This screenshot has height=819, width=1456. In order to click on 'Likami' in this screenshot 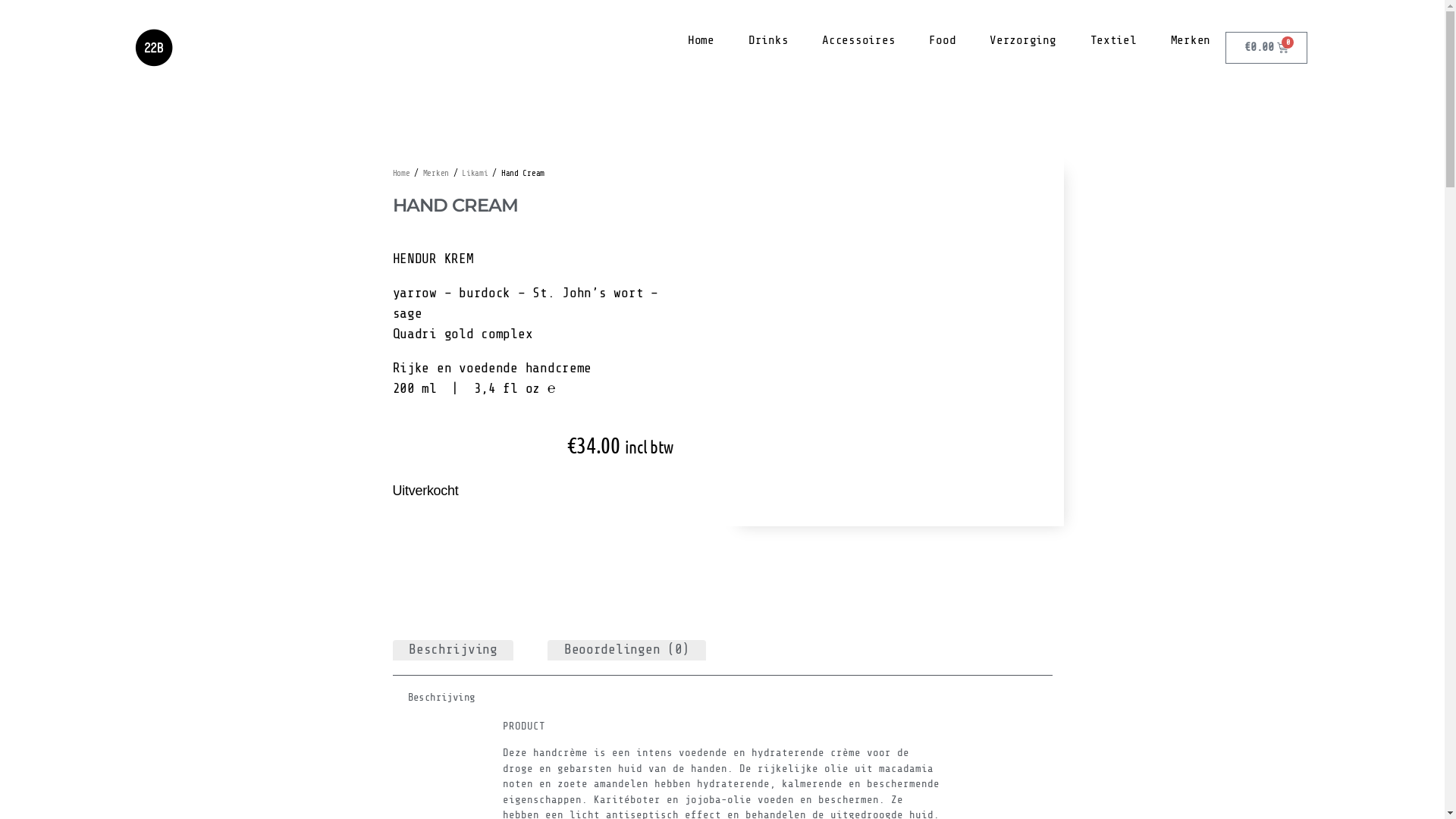, I will do `click(473, 172)`.